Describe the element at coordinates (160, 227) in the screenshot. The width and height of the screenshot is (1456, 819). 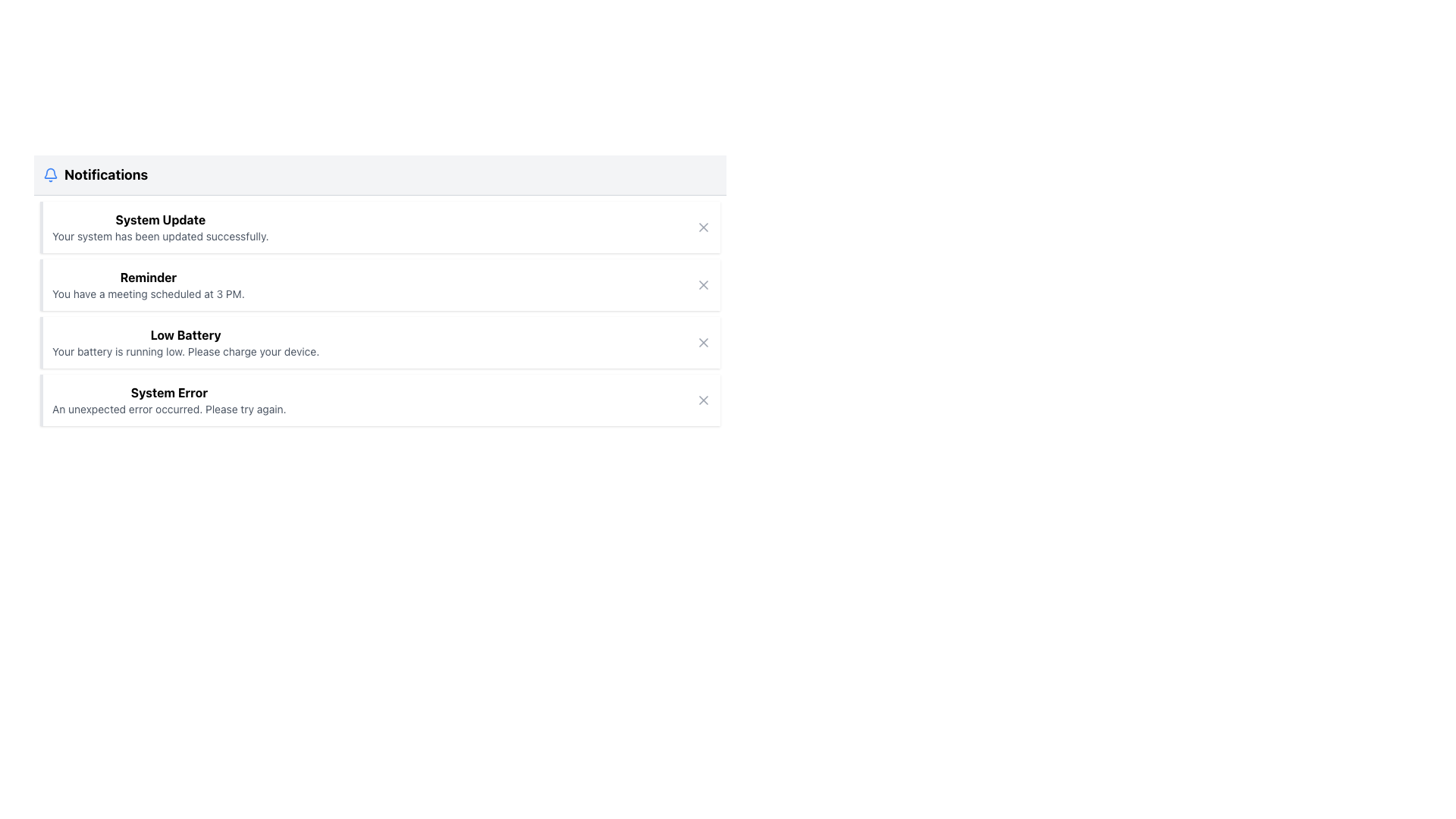
I see `notification message indicating that the system update was successful, which is the first entry in the vertical list of notifications located in the upper-left corner of the notification area` at that location.